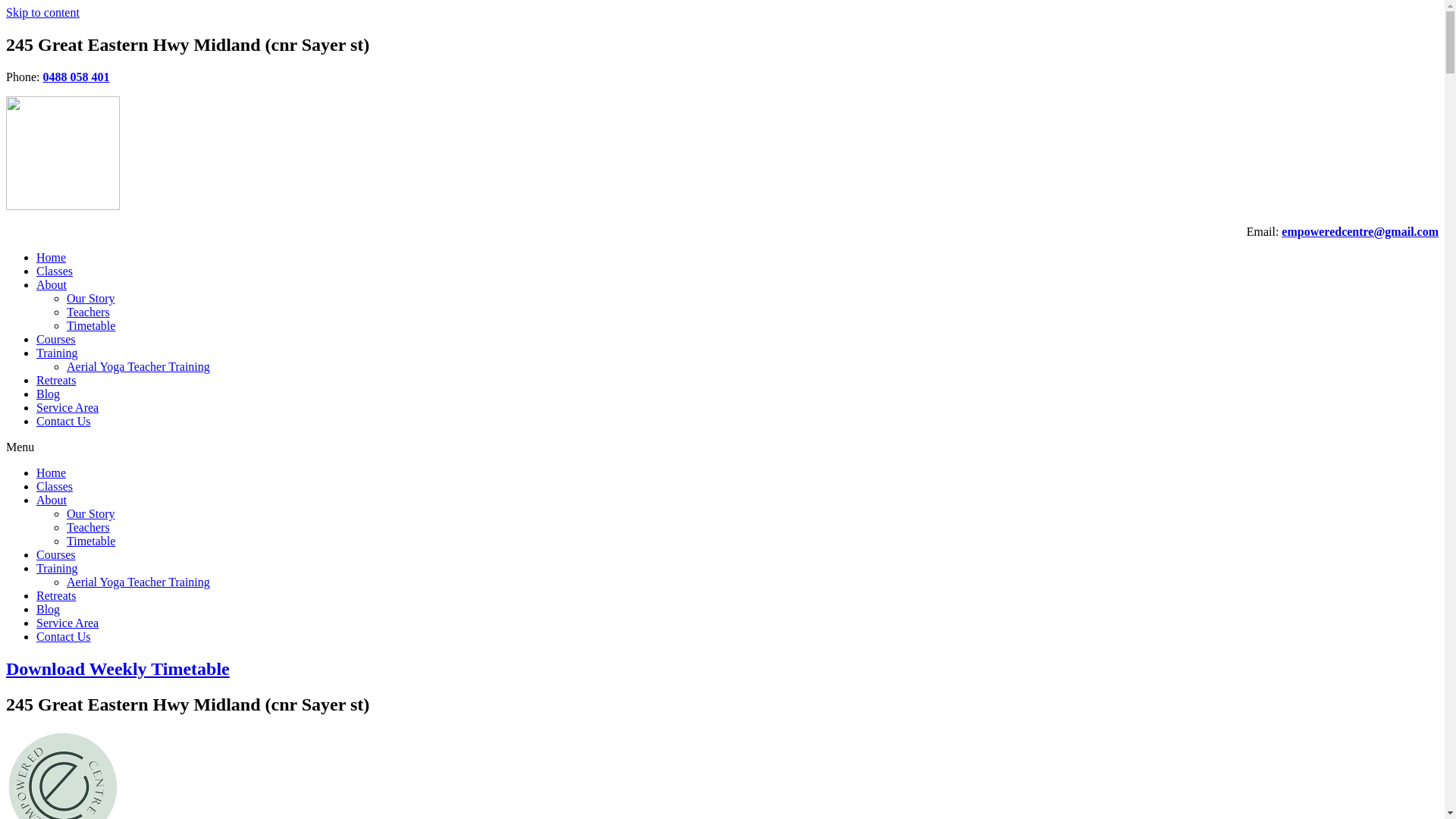 This screenshot has height=819, width=1456. Describe the element at coordinates (51, 284) in the screenshot. I see `'About'` at that location.